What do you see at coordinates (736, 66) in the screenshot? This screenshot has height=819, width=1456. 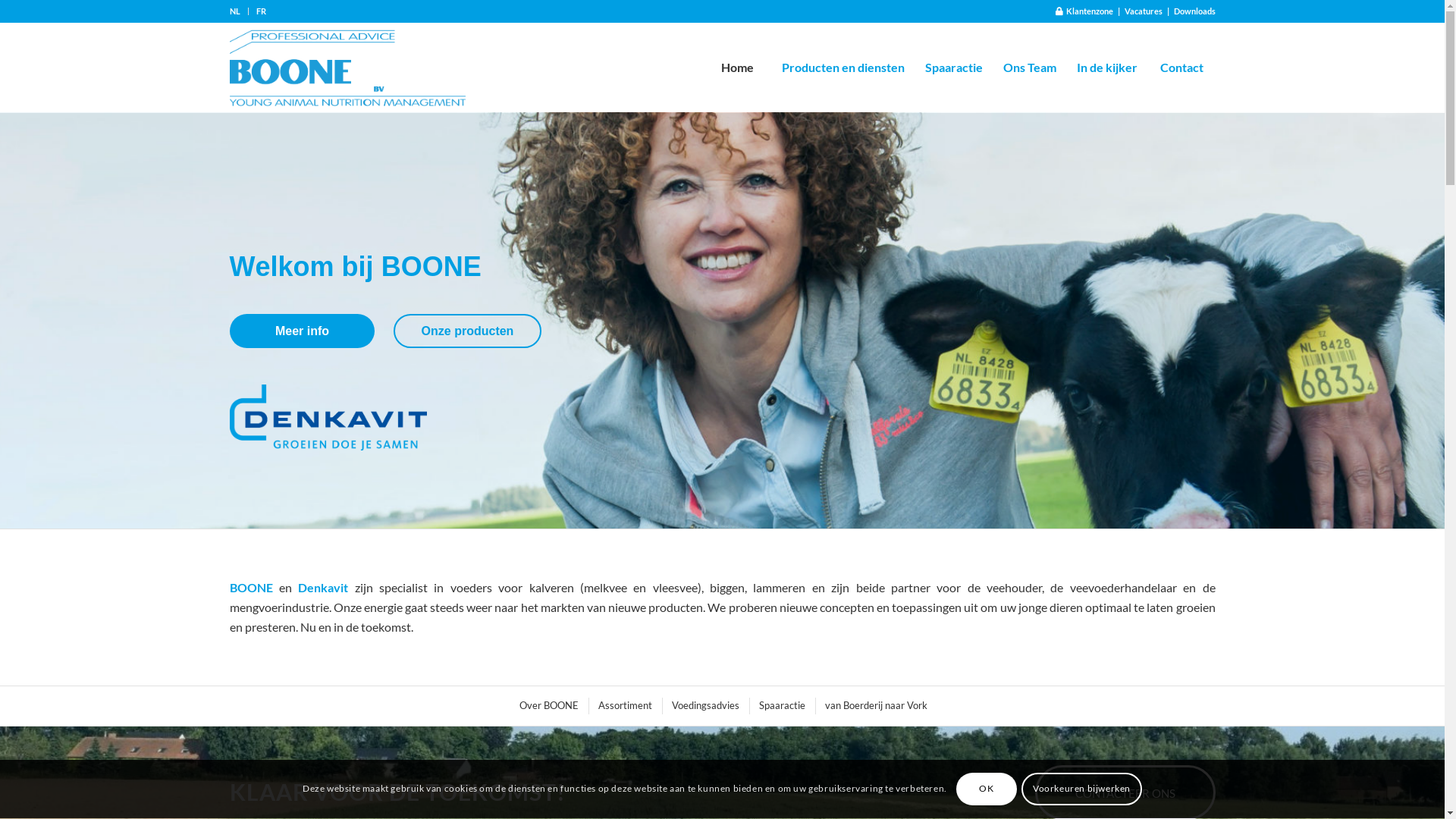 I see `'Home'` at bounding box center [736, 66].